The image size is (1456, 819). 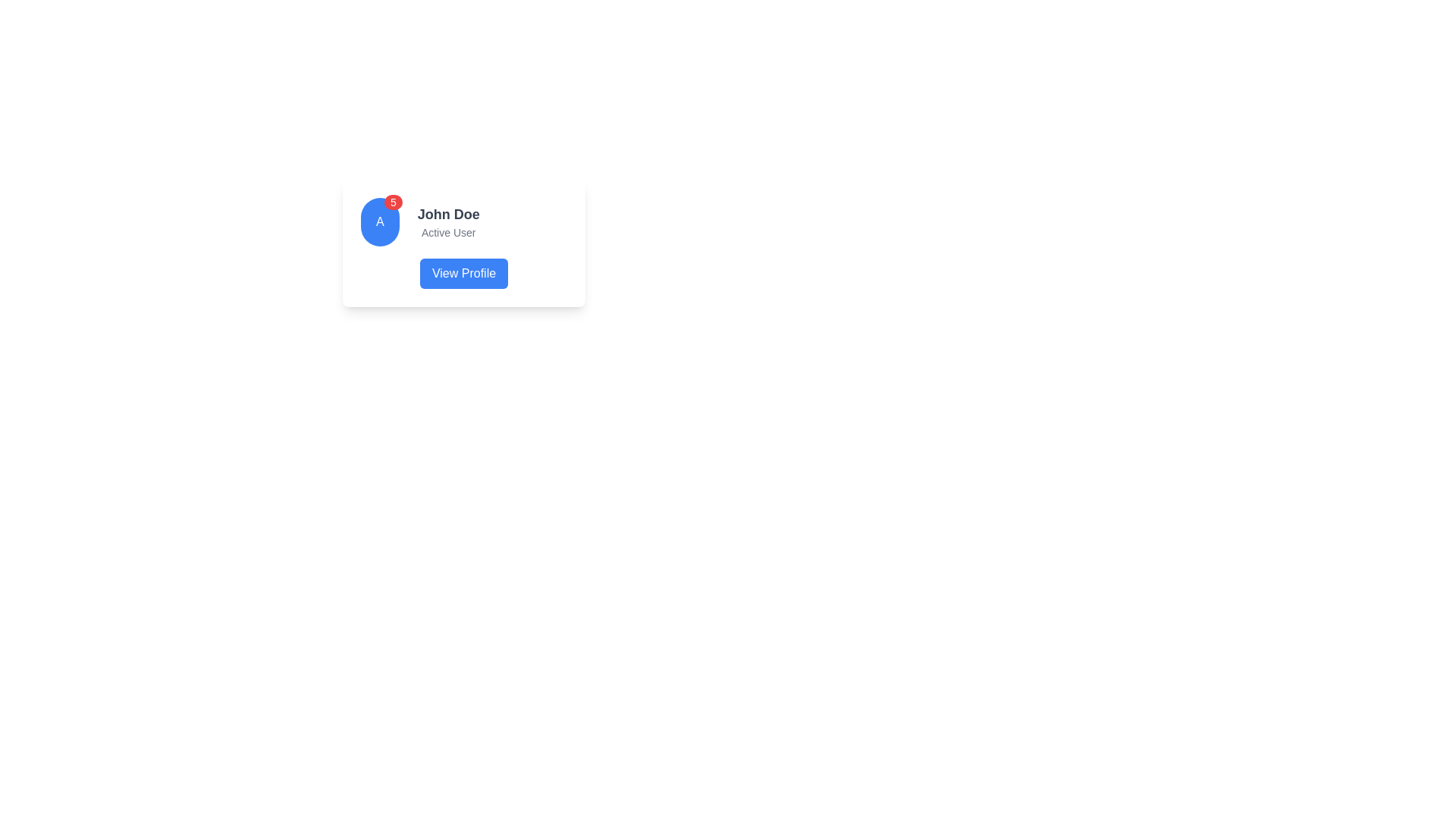 I want to click on text label displaying 'John Doe' and the status 'Active User' located in the central portion of the user card, to the right of the avatar and above the 'View Profile' button, so click(x=447, y=222).